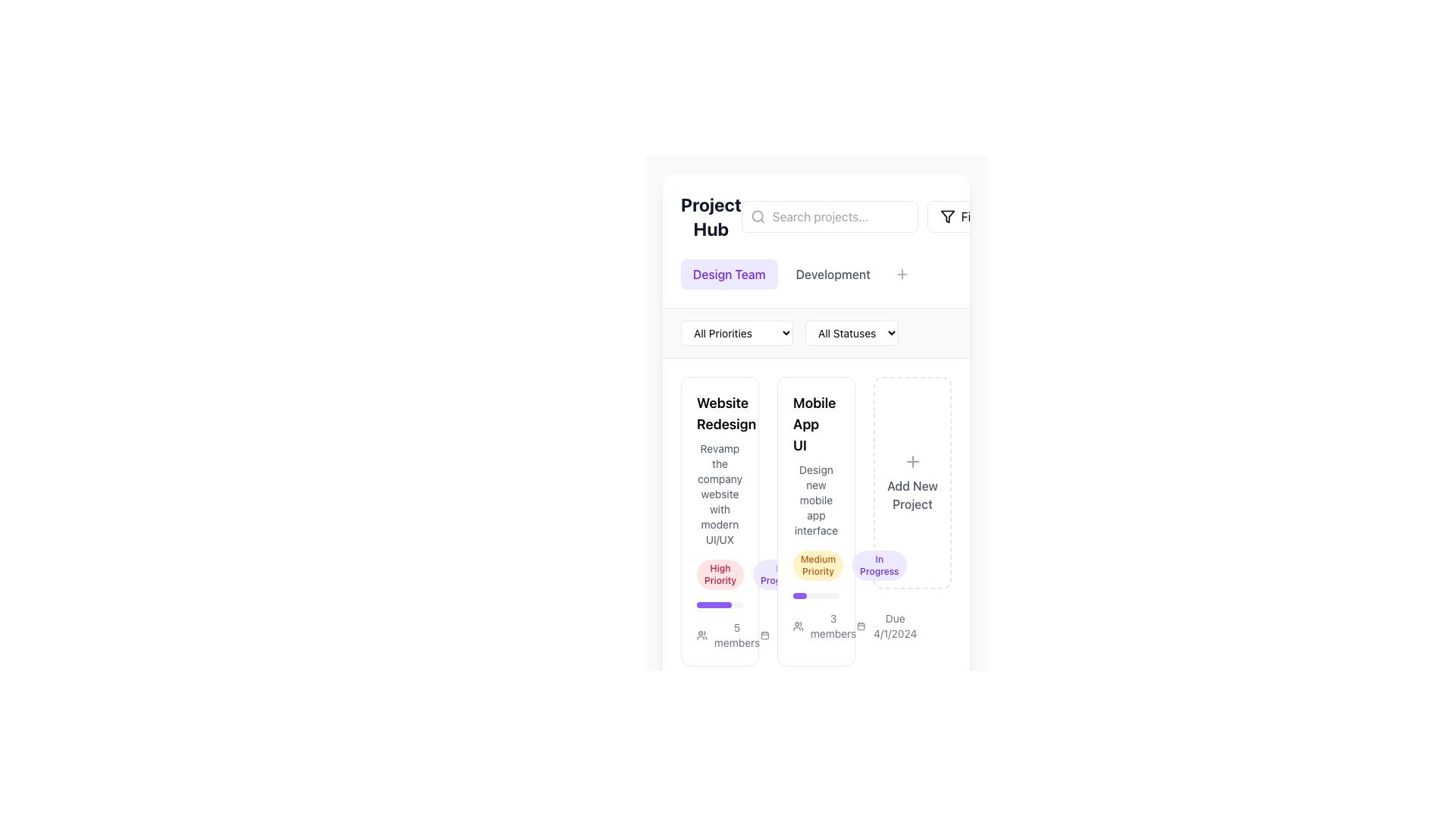  What do you see at coordinates (895, 626) in the screenshot?
I see `the static Text label indicating the due date for the associated project or task located at the bottom of the vertical list in the rightmost project card` at bounding box center [895, 626].